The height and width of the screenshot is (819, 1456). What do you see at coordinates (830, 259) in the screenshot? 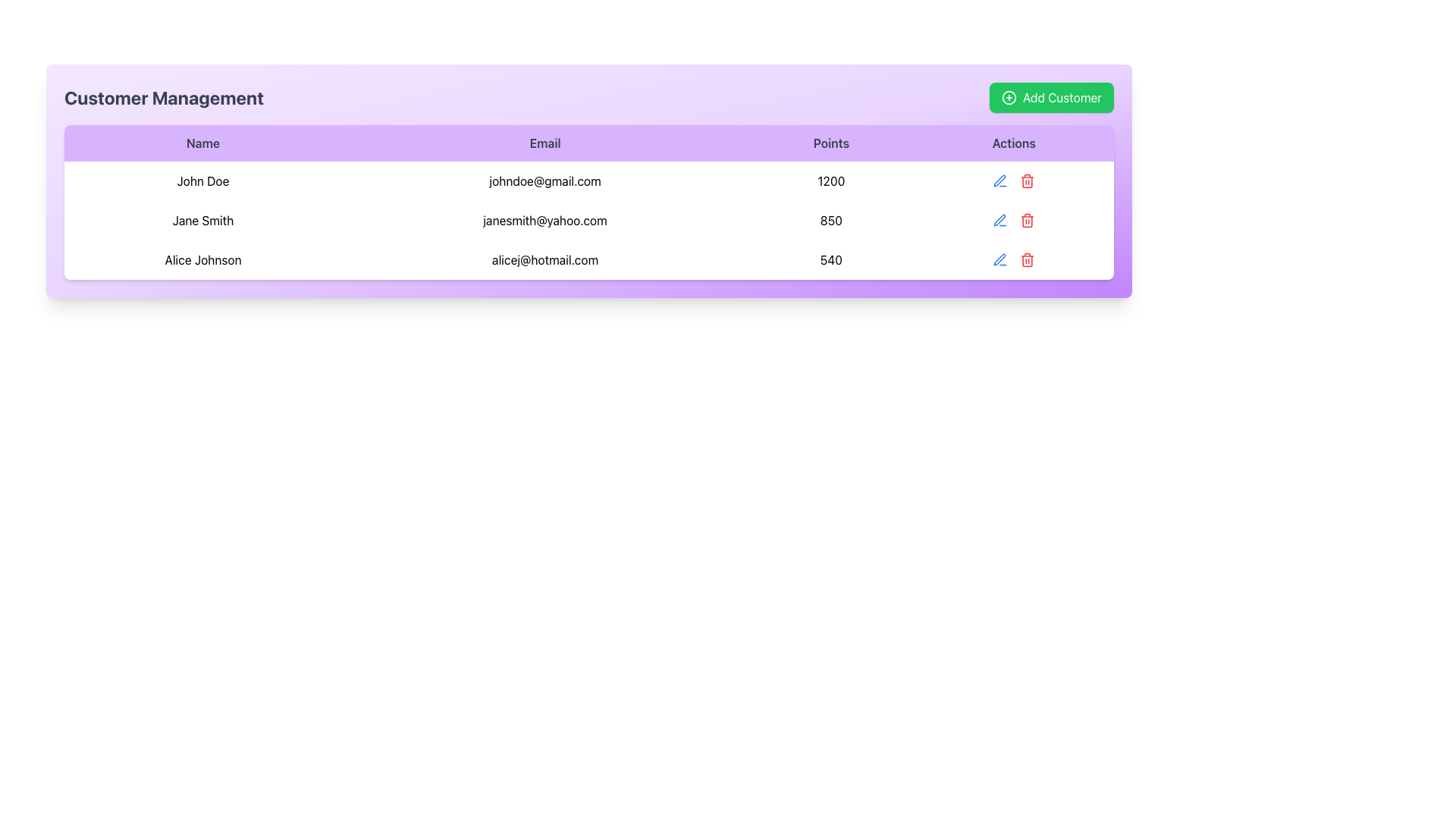
I see `the static text field displaying the points associated with the customer 'Alice Johnson' in the third row of the table under the 'Points' column` at bounding box center [830, 259].